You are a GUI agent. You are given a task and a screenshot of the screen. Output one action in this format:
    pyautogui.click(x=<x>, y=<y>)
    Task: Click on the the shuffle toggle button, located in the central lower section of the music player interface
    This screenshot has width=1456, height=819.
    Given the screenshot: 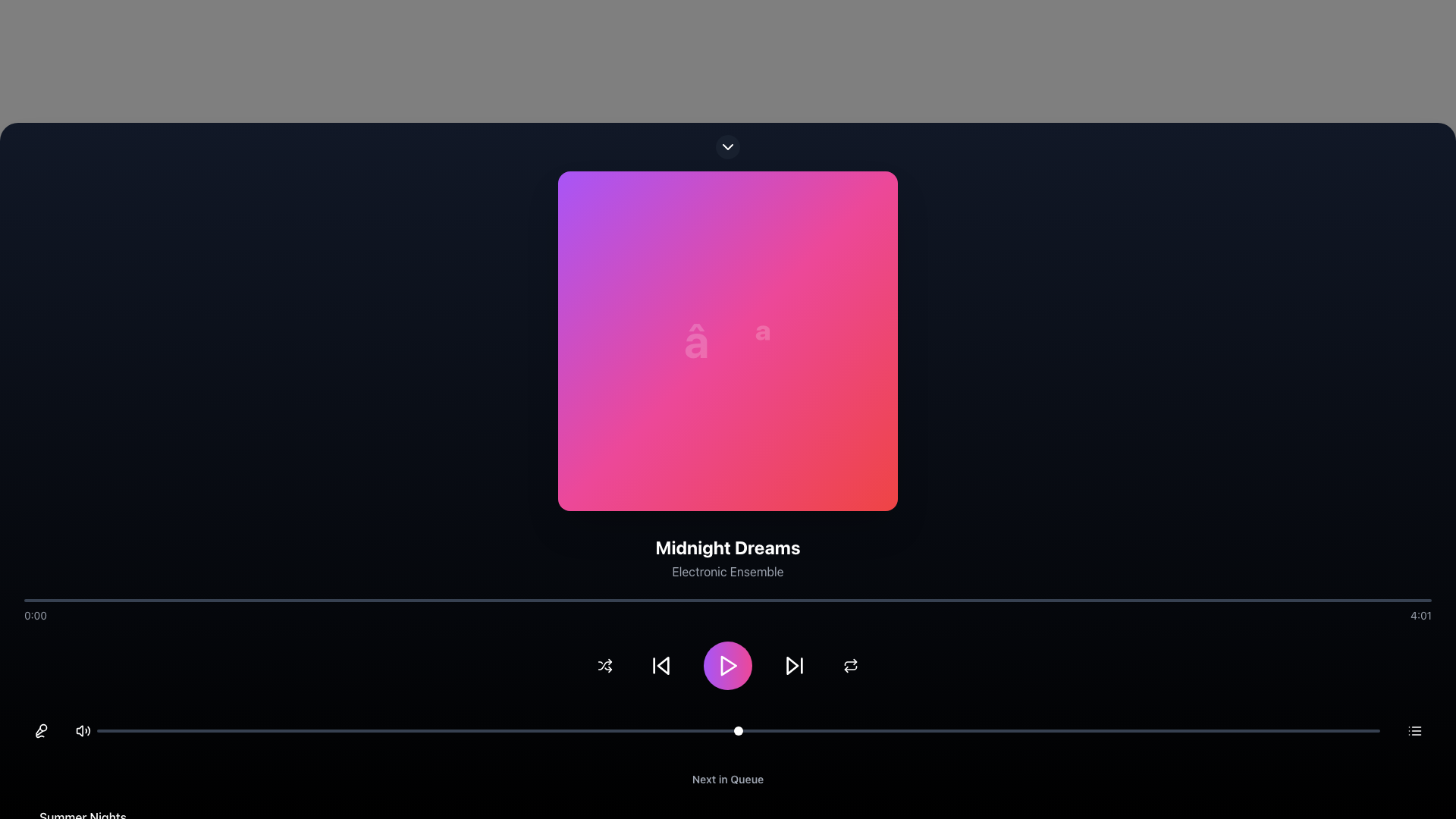 What is the action you would take?
    pyautogui.click(x=604, y=665)
    